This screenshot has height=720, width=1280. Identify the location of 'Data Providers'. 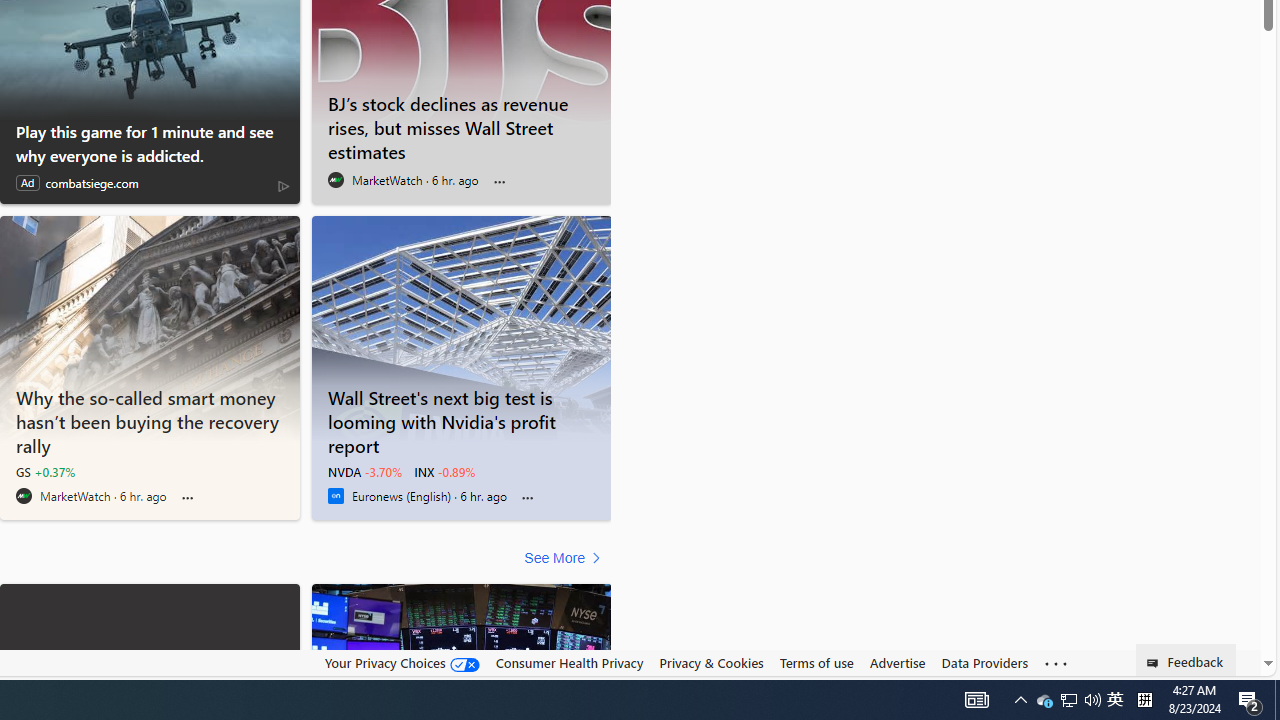
(984, 663).